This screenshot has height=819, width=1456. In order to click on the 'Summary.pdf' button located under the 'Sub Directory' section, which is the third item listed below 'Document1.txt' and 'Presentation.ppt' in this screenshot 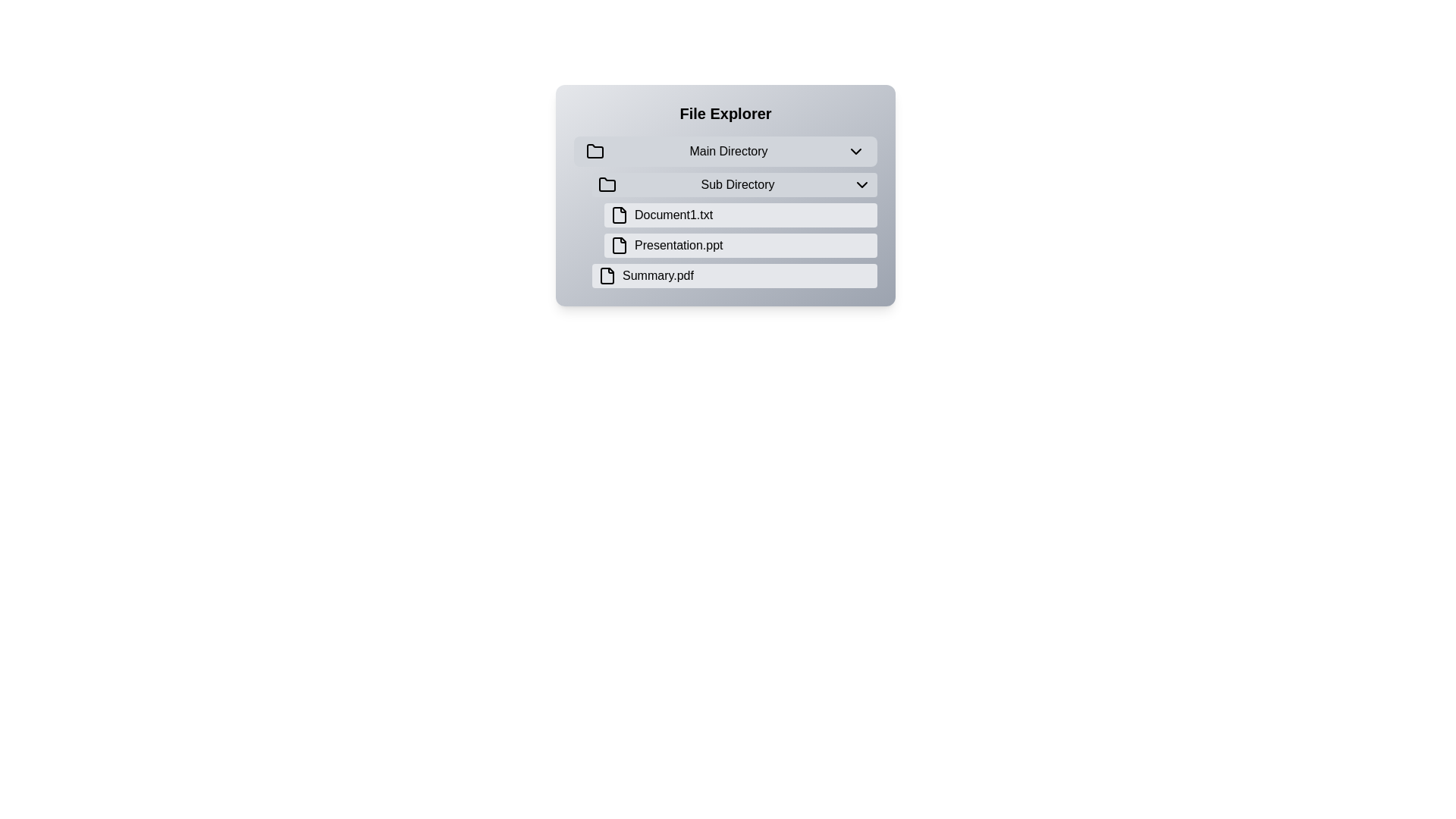, I will do `click(735, 275)`.